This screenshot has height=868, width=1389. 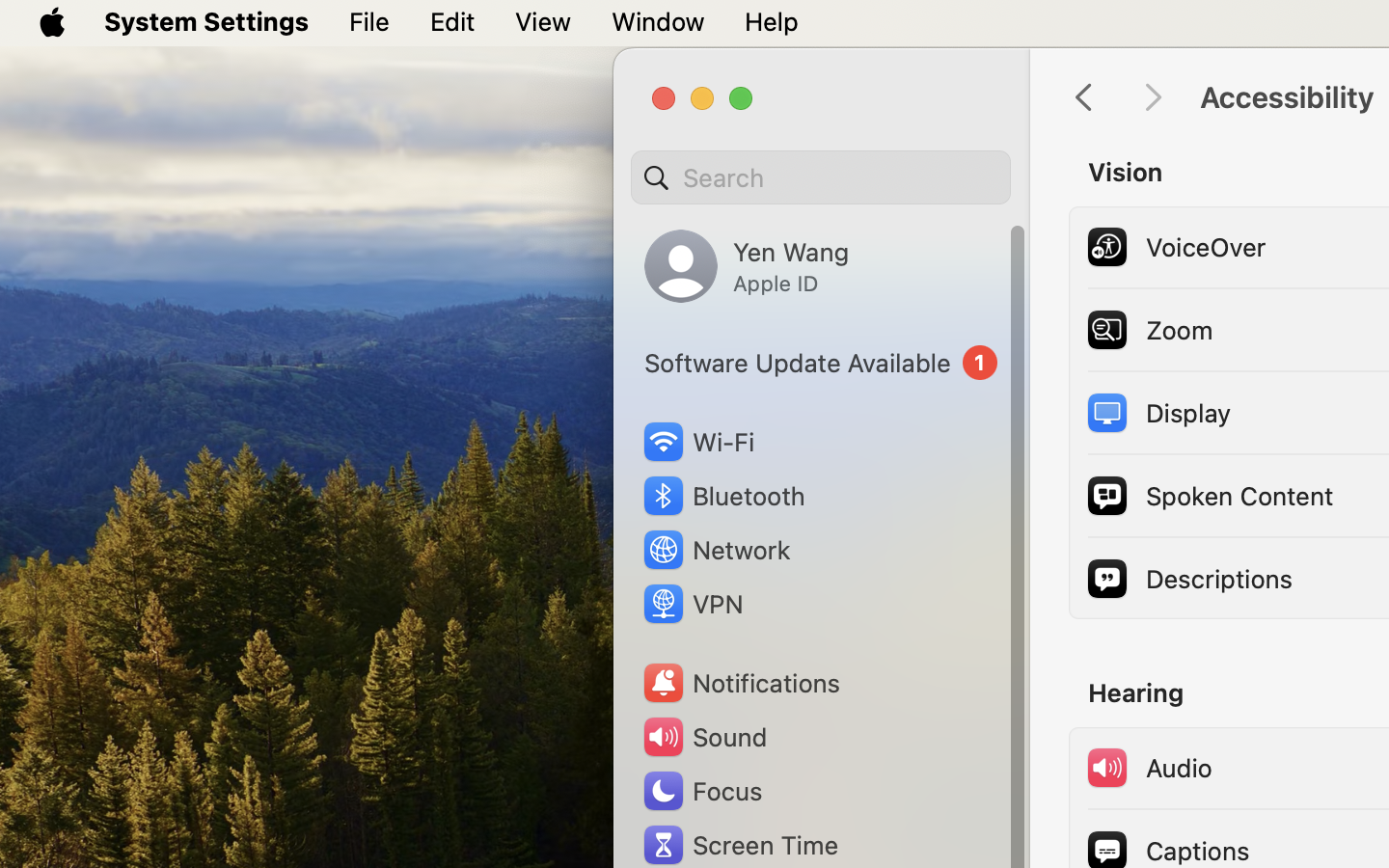 What do you see at coordinates (696, 441) in the screenshot?
I see `'Wi‑Fi'` at bounding box center [696, 441].